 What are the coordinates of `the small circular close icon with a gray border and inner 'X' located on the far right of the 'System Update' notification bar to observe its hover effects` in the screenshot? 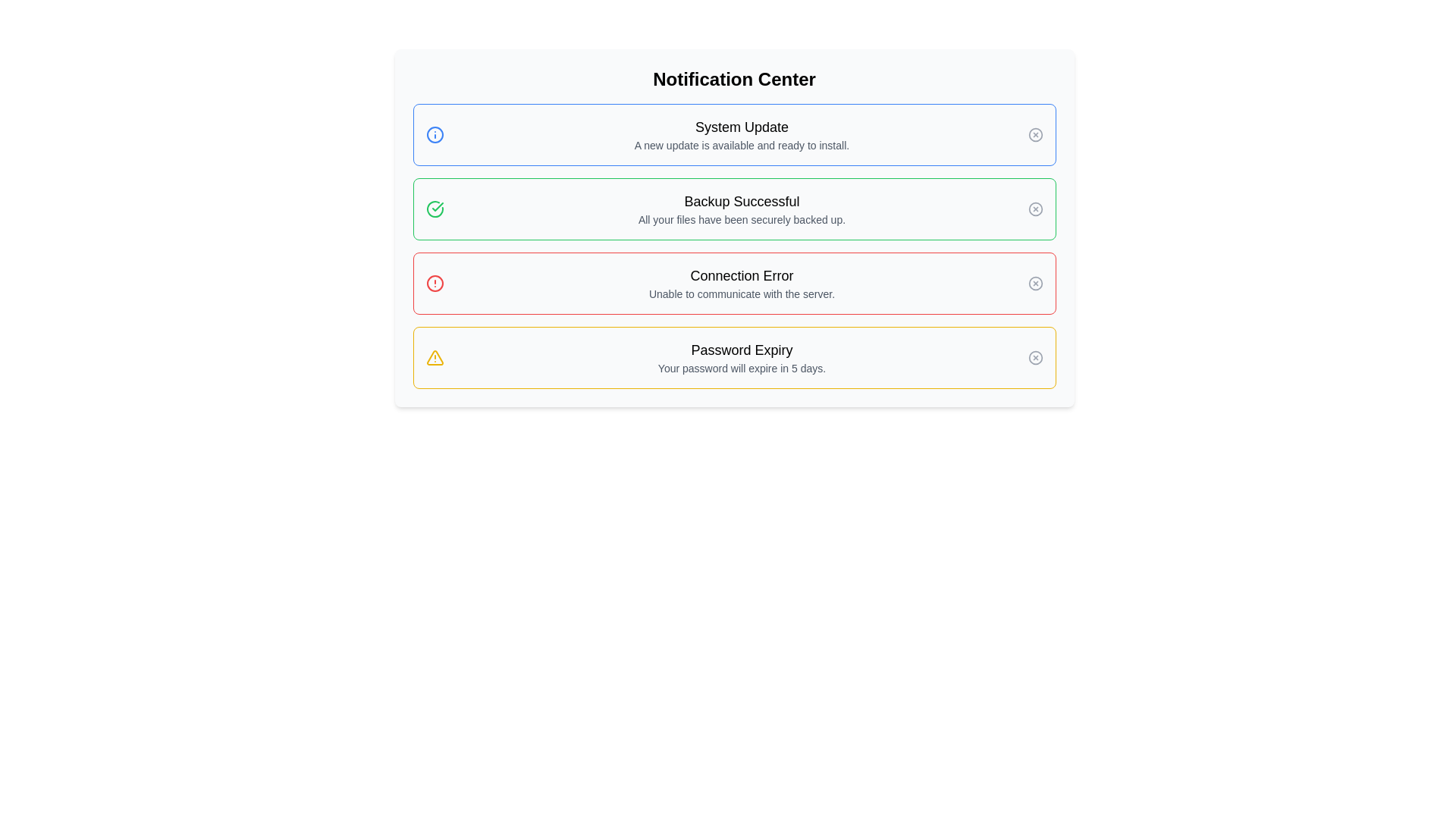 It's located at (1034, 133).